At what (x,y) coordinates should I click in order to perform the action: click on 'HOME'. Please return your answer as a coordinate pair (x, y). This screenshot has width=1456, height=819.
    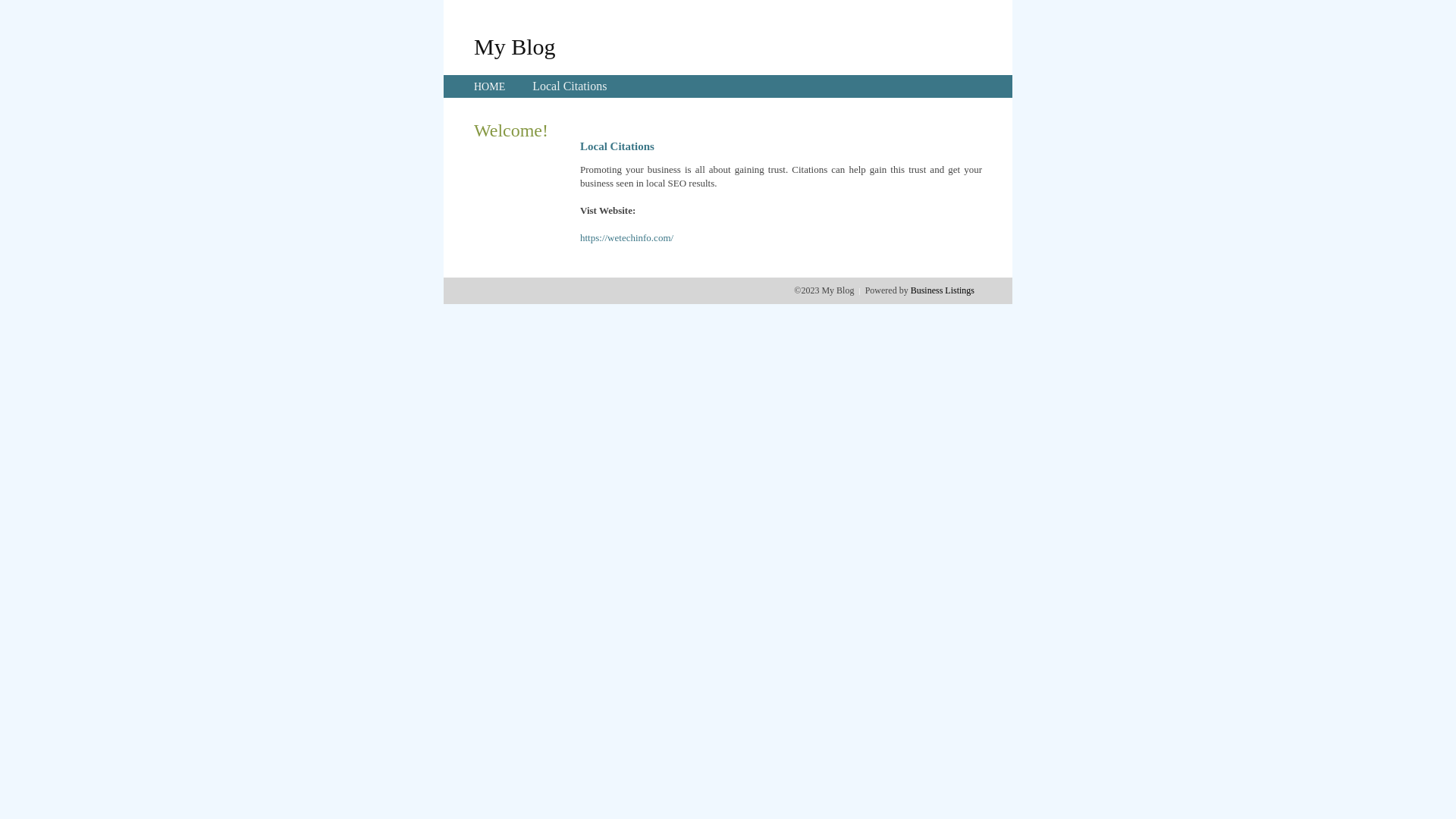
    Looking at the image, I should click on (489, 86).